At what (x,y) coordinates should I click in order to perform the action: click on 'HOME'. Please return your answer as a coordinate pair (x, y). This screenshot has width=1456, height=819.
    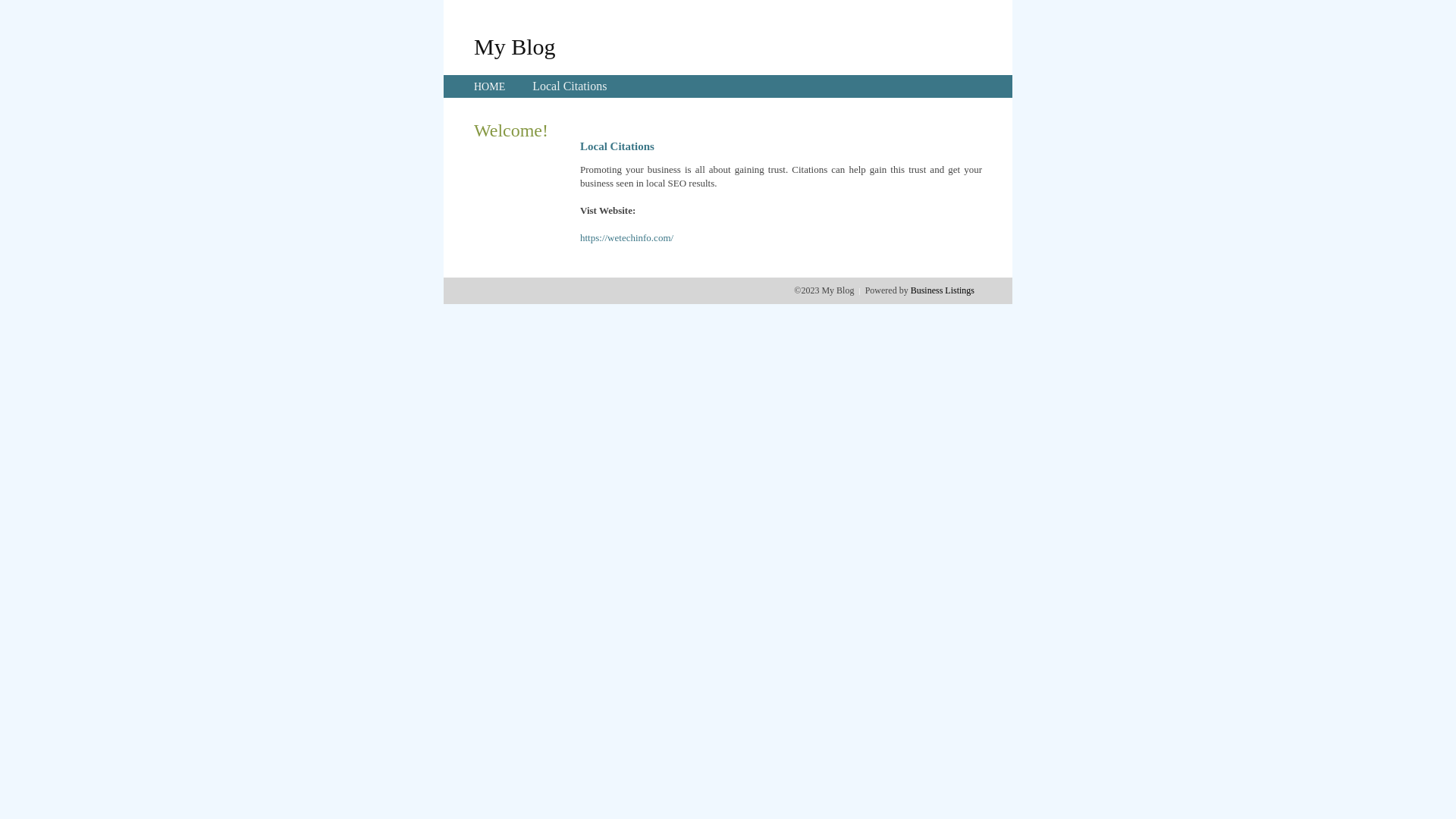
    Looking at the image, I should click on (489, 86).